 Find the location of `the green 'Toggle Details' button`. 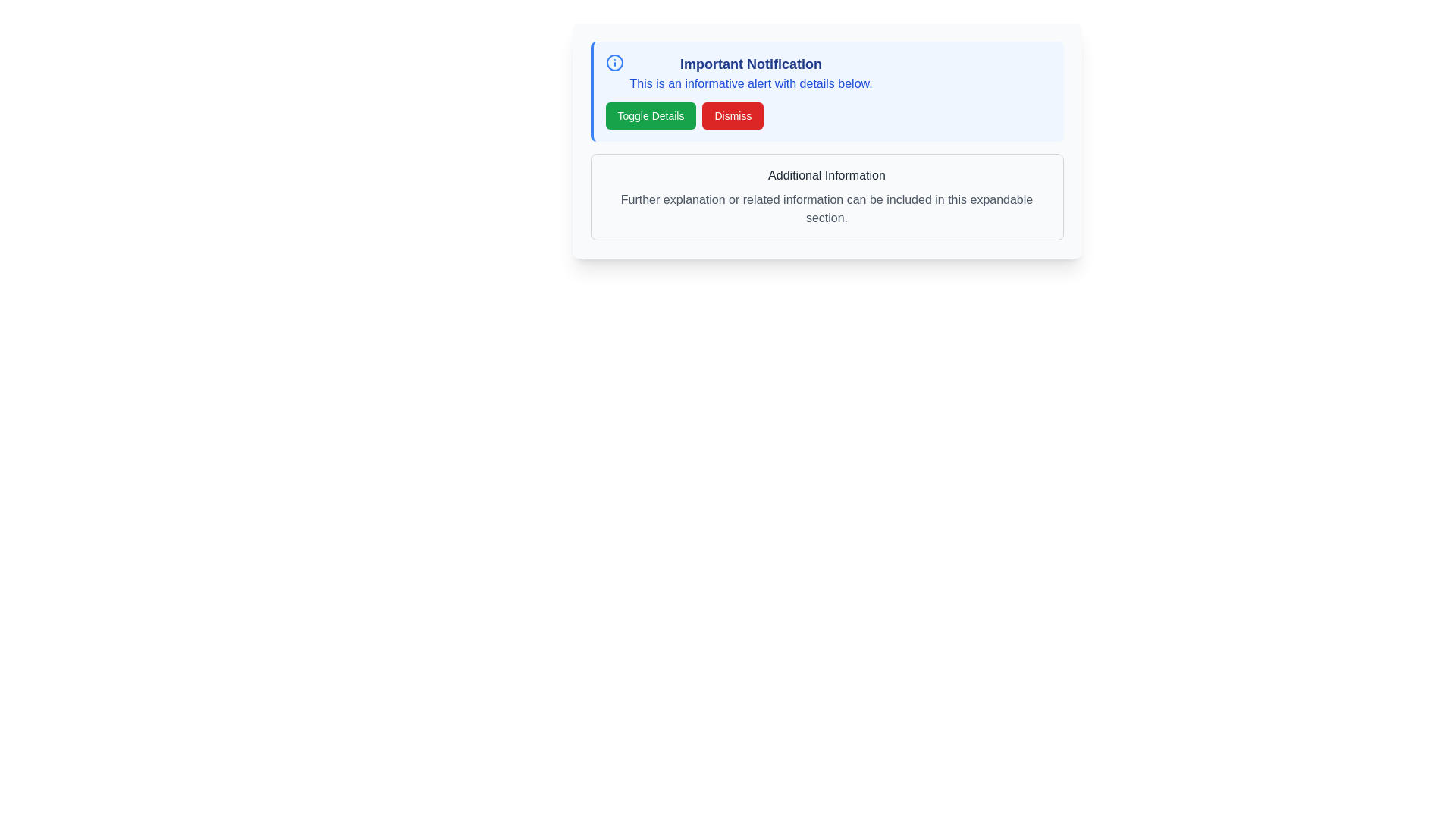

the green 'Toggle Details' button is located at coordinates (651, 115).